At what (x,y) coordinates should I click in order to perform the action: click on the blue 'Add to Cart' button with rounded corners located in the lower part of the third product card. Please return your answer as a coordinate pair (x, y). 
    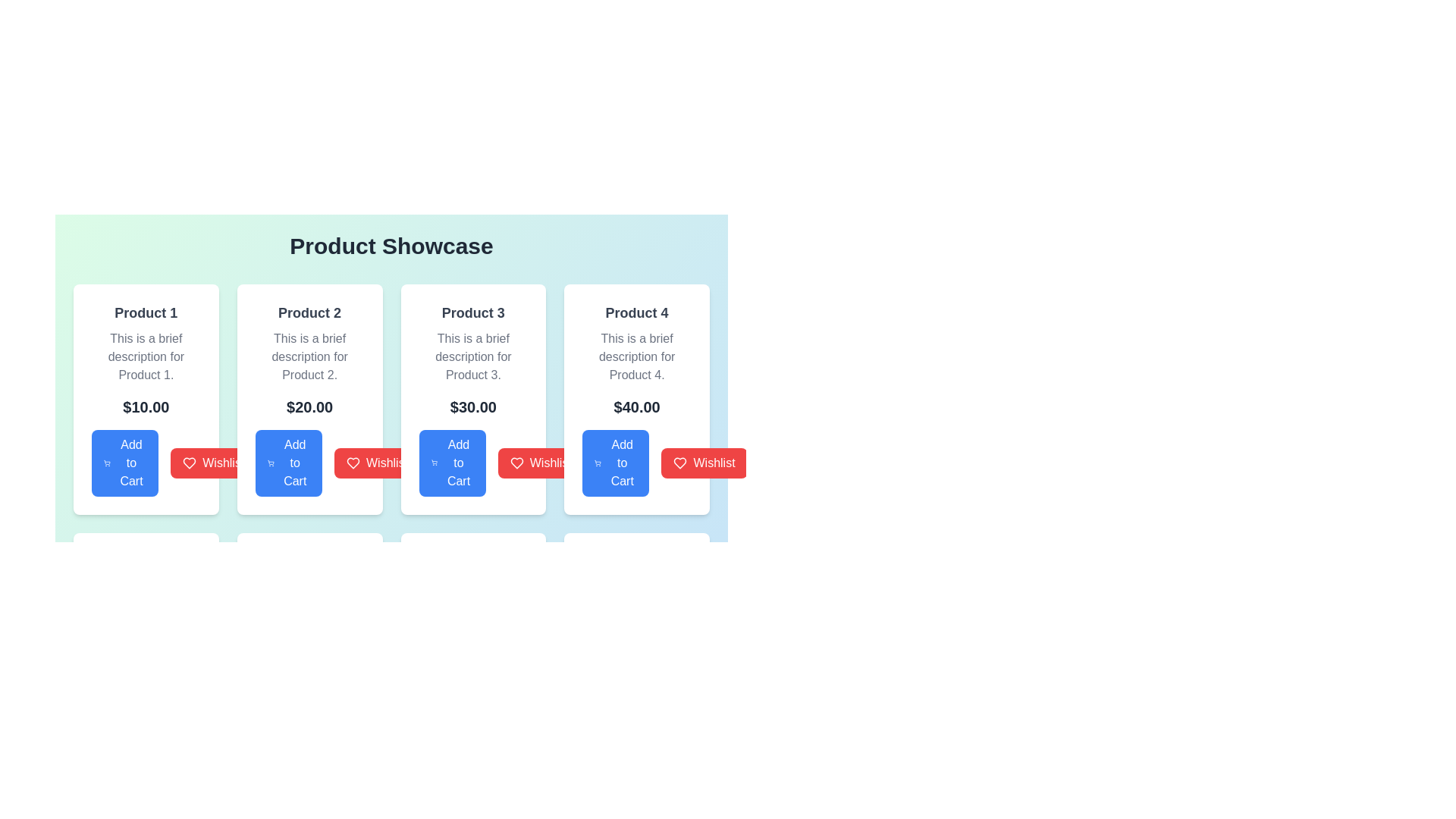
    Looking at the image, I should click on (472, 462).